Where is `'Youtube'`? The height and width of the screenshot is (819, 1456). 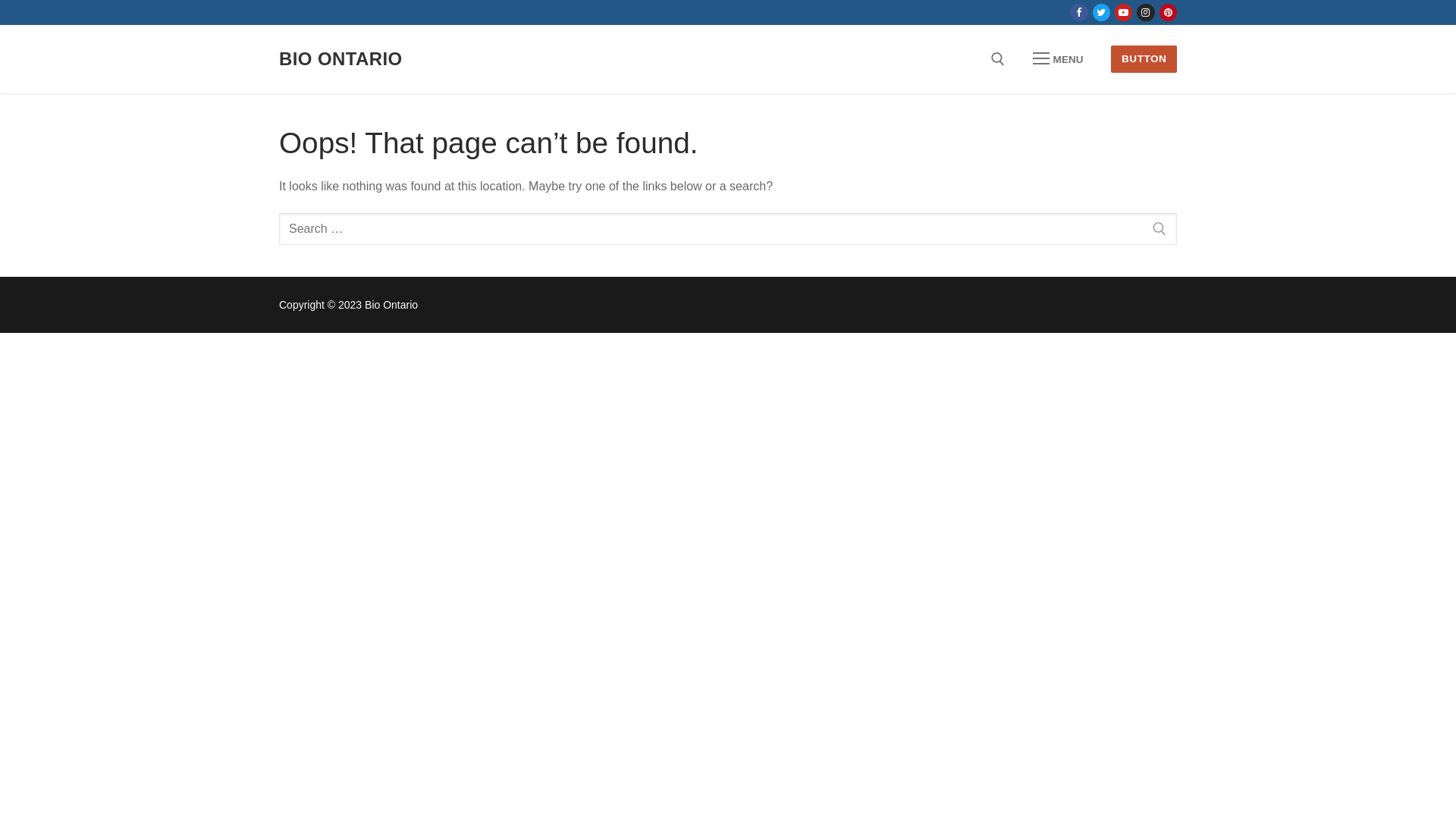 'Youtube' is located at coordinates (1123, 12).